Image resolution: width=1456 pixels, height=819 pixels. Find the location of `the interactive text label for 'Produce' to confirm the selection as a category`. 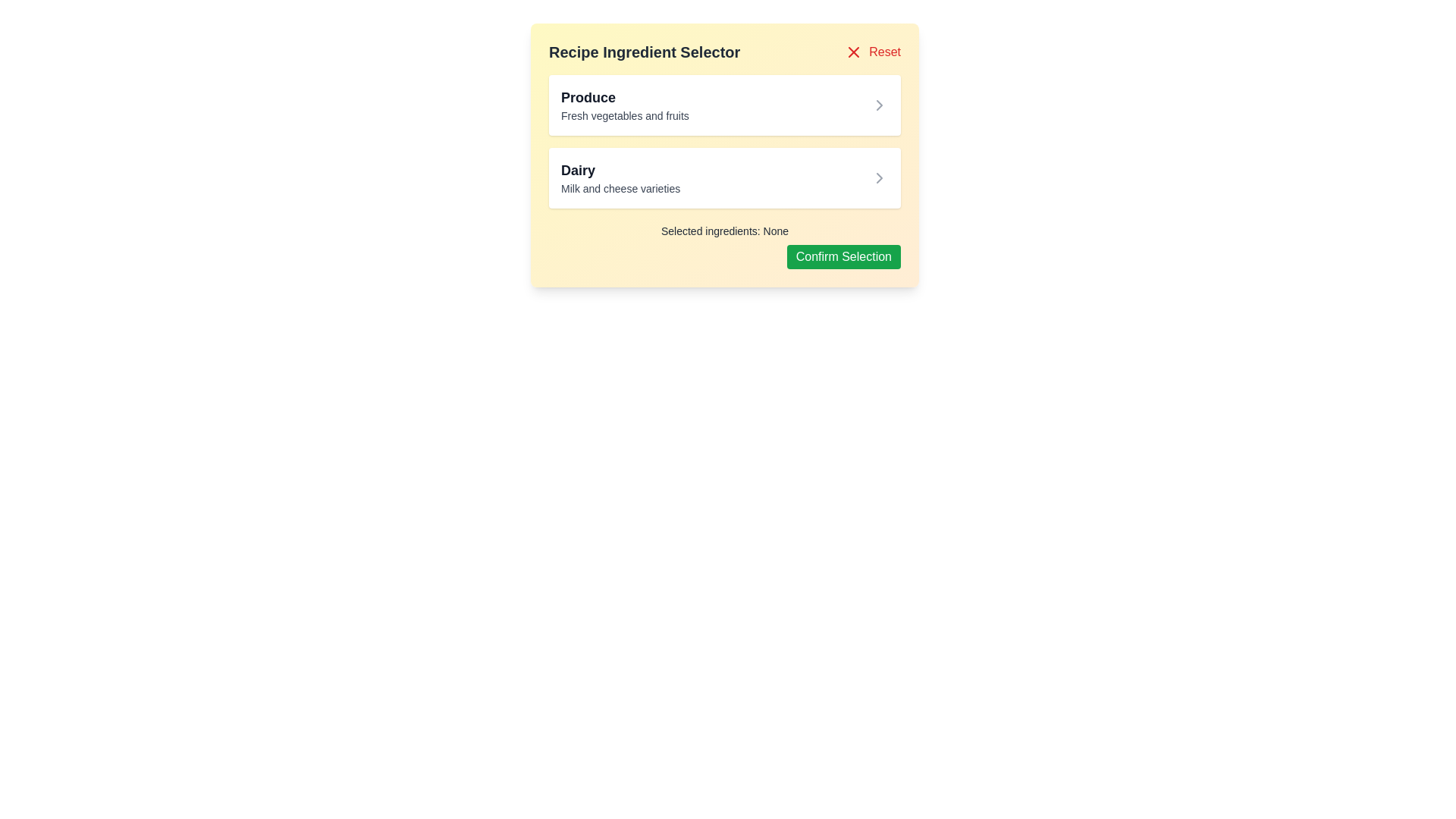

the interactive text label for 'Produce' to confirm the selection as a category is located at coordinates (625, 104).